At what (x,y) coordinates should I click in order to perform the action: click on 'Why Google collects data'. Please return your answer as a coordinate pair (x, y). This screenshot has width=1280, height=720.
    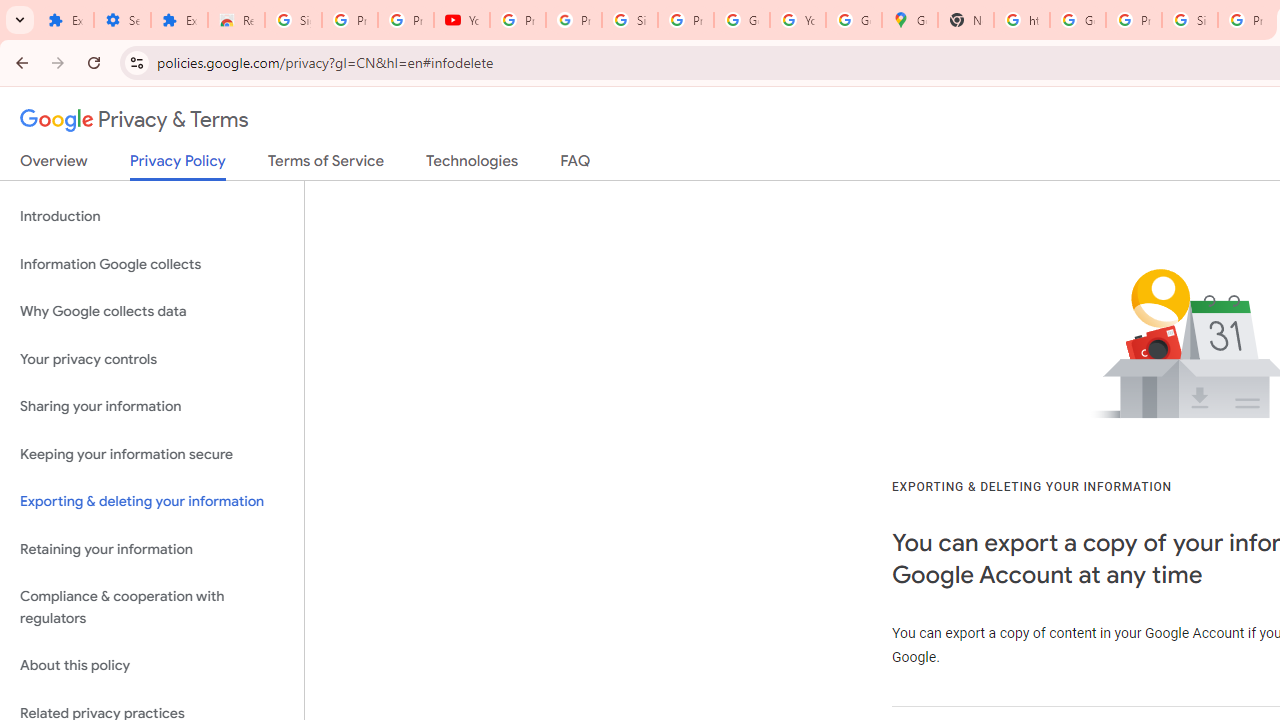
    Looking at the image, I should click on (151, 312).